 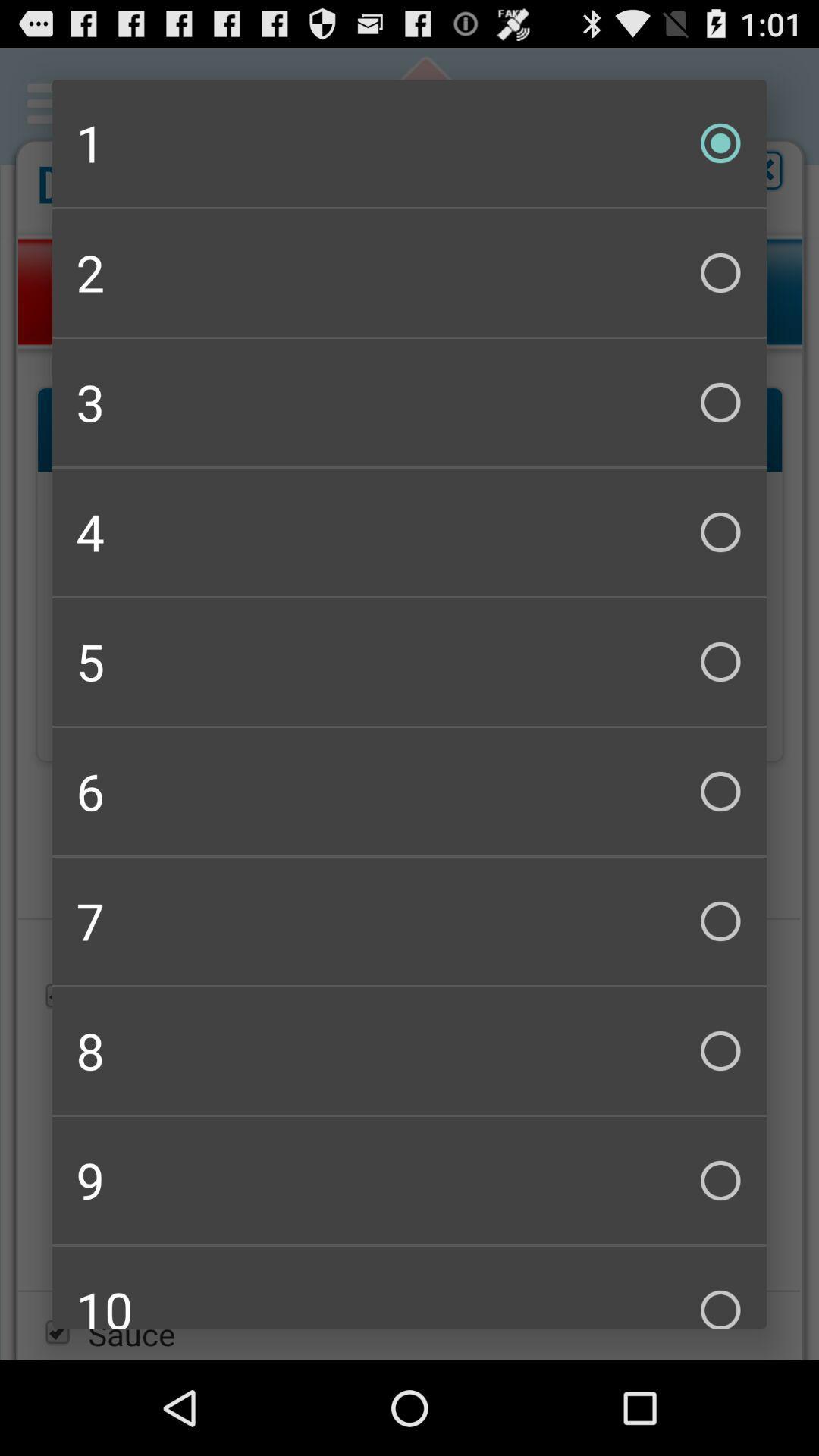 I want to click on the icon below 6, so click(x=409, y=920).